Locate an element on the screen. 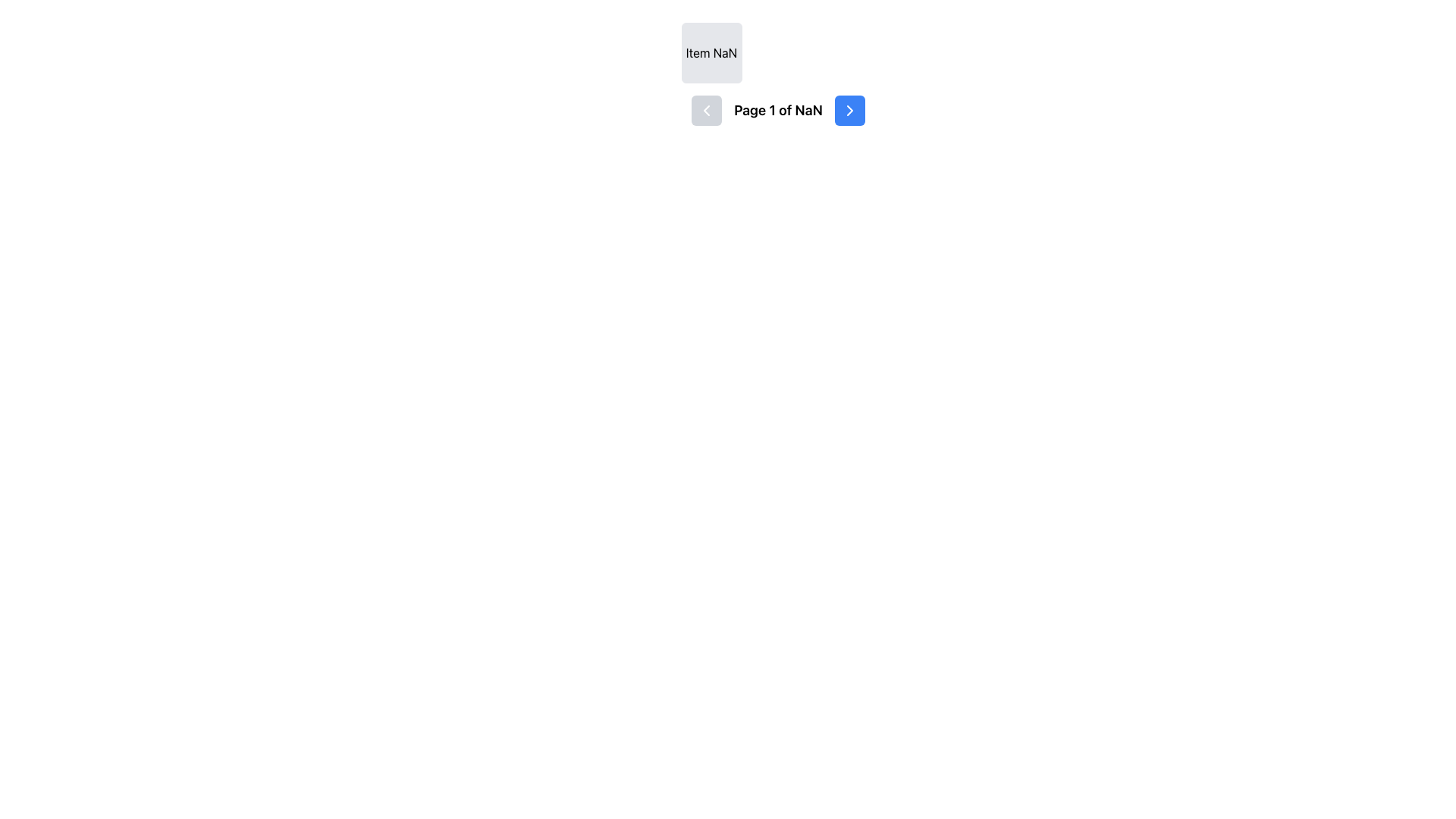 The height and width of the screenshot is (819, 1456). page indicator text from the pagination control component located centrally at the bottom of the visible group, framed by two control buttons with the left button disabled and the right button active is located at coordinates (778, 110).